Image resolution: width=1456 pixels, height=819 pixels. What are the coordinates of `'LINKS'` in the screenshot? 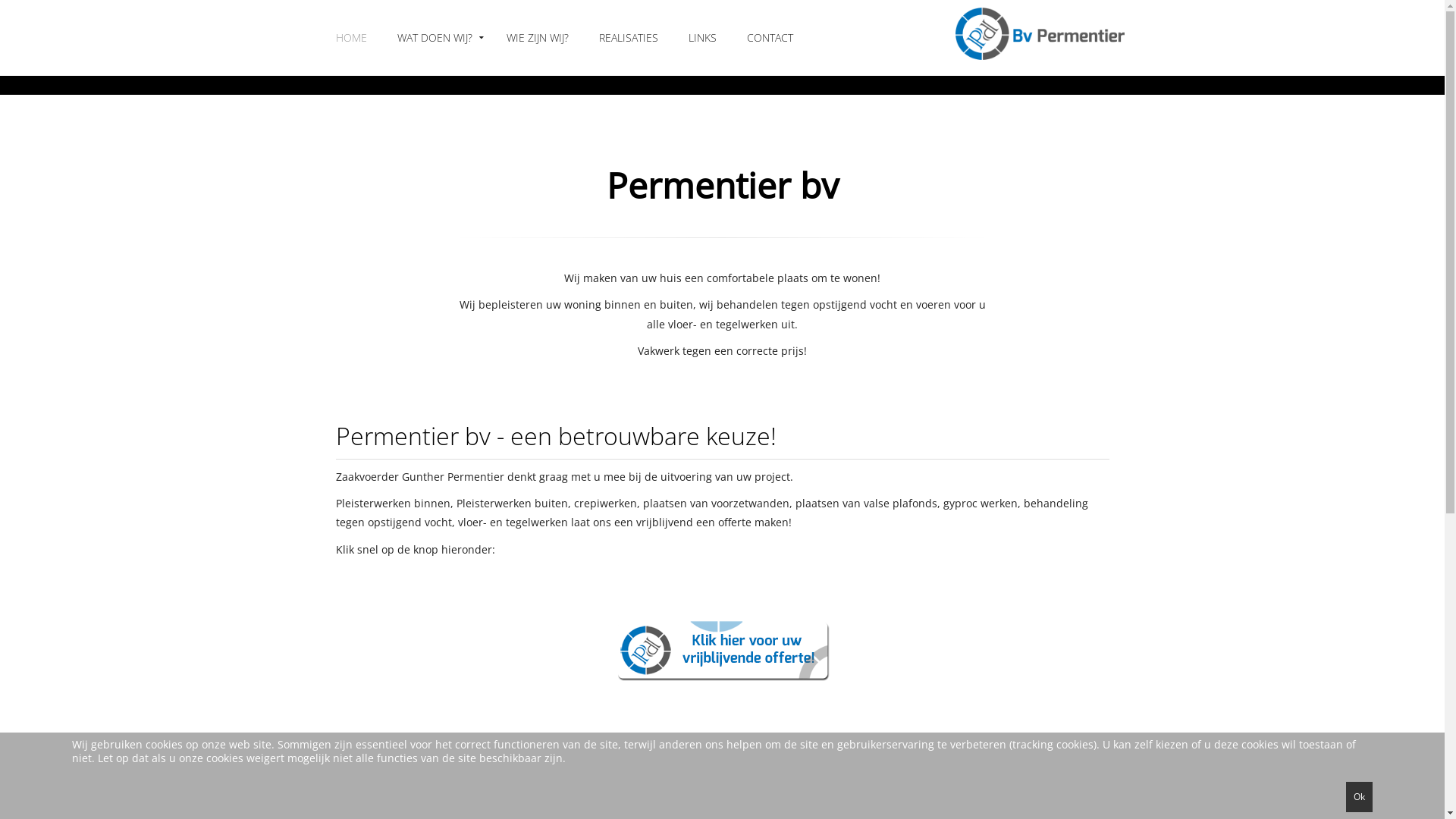 It's located at (701, 37).